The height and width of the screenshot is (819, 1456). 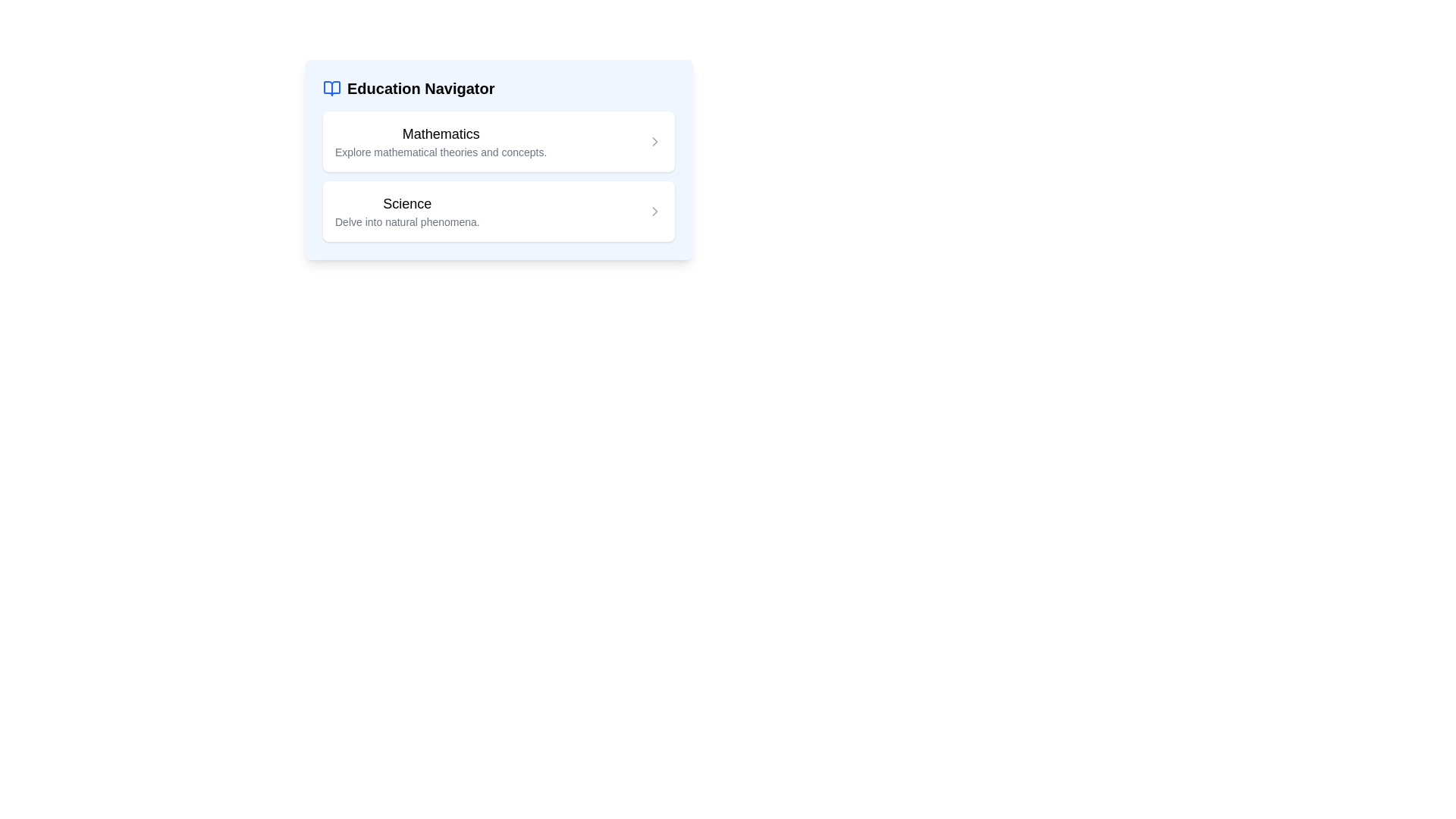 I want to click on the Chevron/navigation icon located at the top of the interface, which is the last visual component within the box labeled 'Mathematics', so click(x=655, y=141).